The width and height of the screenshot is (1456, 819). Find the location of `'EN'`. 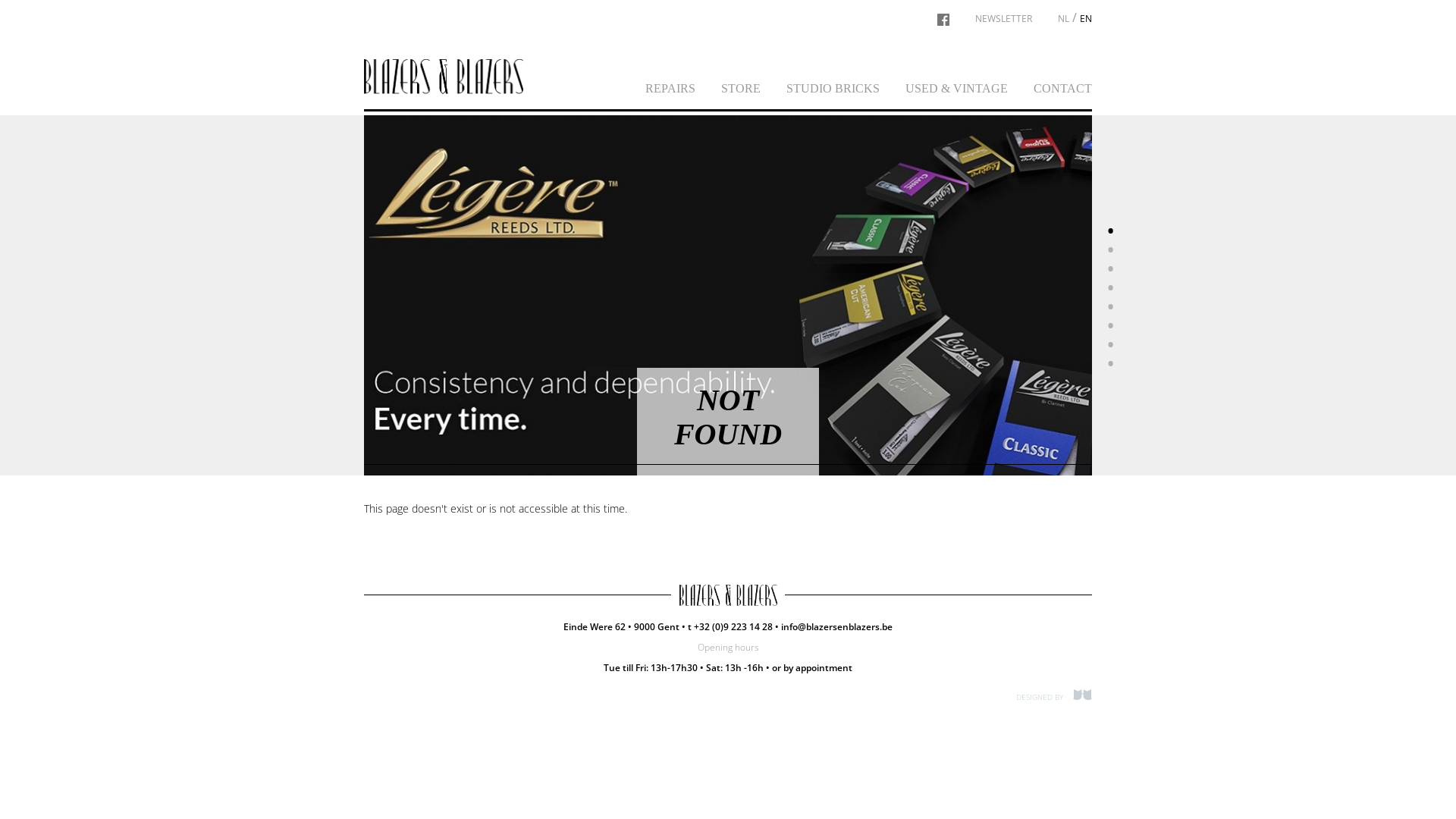

'EN' is located at coordinates (1084, 18).